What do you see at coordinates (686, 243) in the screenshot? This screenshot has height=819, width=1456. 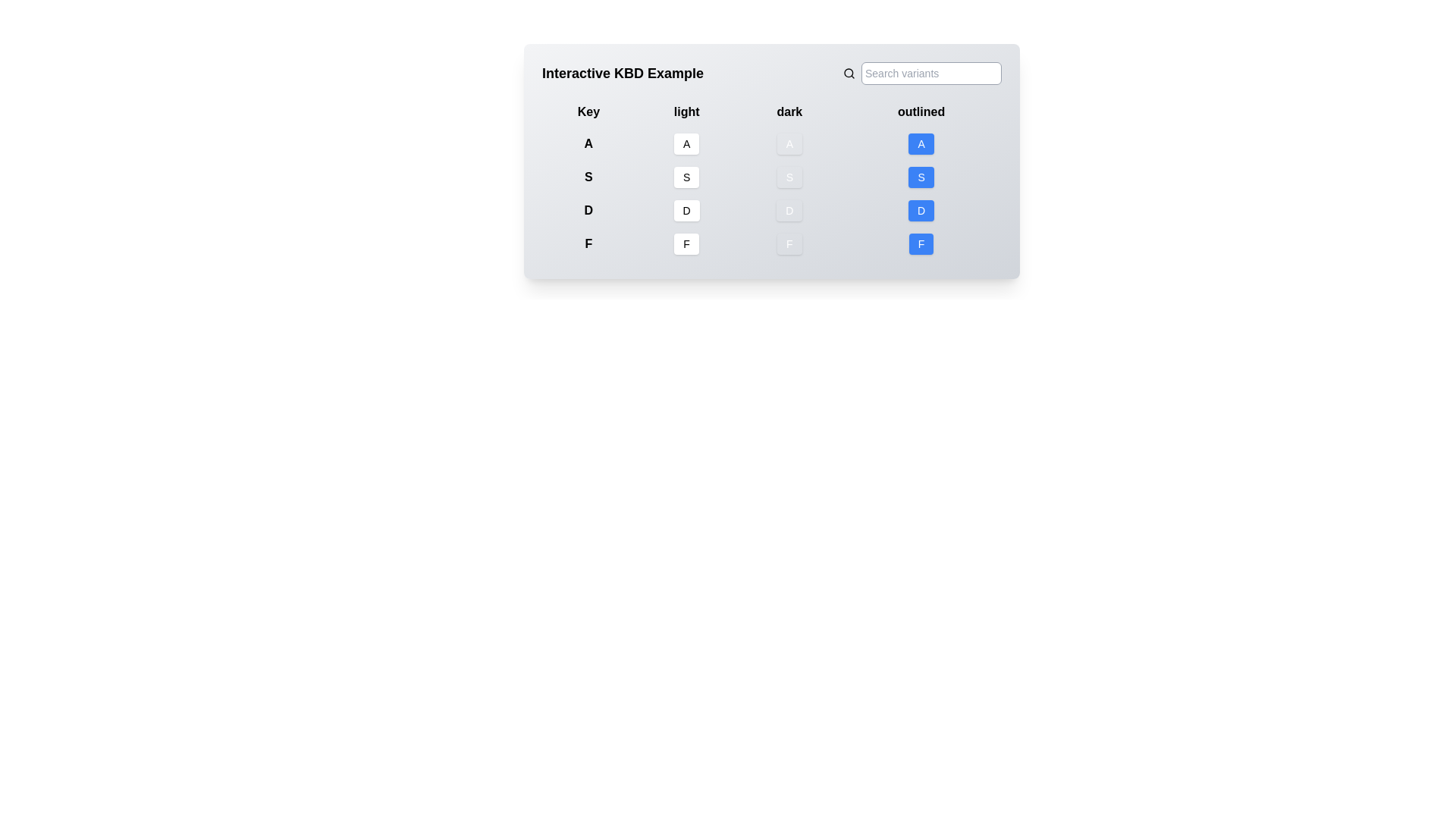 I see `the button labeled 'F' located in the fourth row and second column of the grid, which is part of an interactive keyboard mapping demonstration` at bounding box center [686, 243].